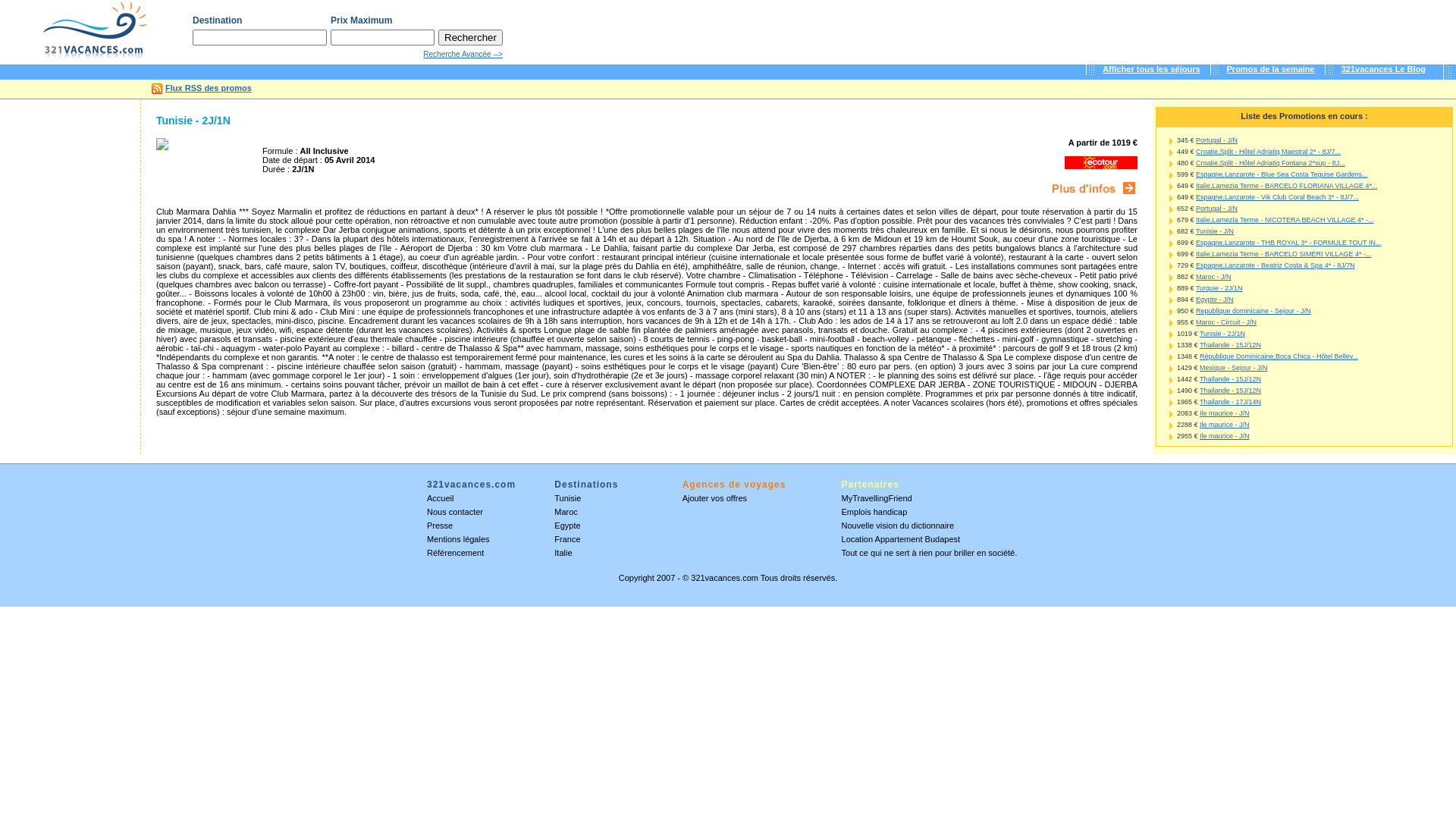 Image resolution: width=1456 pixels, height=819 pixels. Describe the element at coordinates (874, 512) in the screenshot. I see `'Emplois handicap'` at that location.